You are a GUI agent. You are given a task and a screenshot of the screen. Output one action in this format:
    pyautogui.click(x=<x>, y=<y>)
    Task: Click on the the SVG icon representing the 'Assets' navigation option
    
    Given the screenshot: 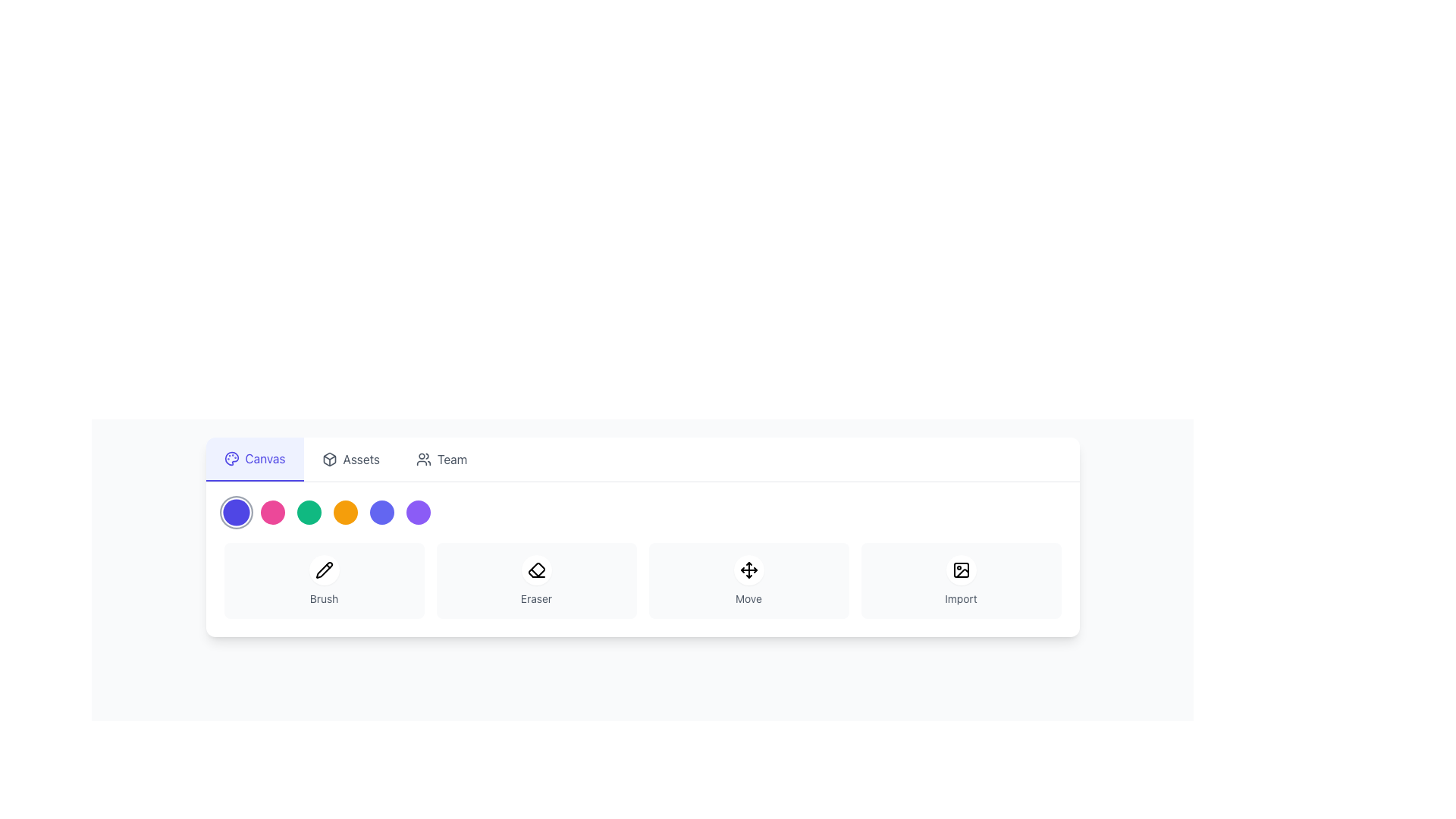 What is the action you would take?
    pyautogui.click(x=328, y=458)
    